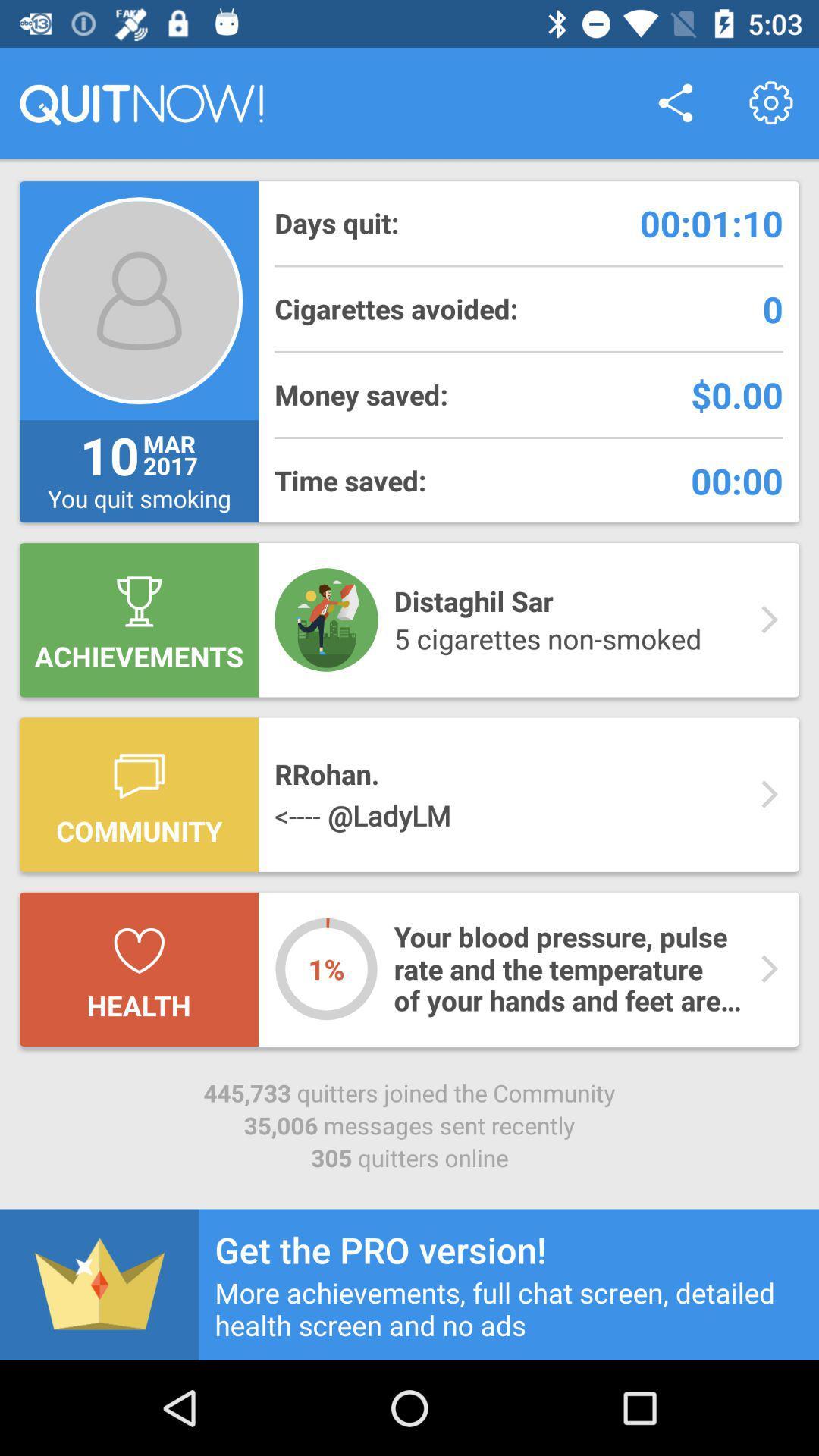 The width and height of the screenshot is (819, 1456). I want to click on the settings icon, so click(771, 102).